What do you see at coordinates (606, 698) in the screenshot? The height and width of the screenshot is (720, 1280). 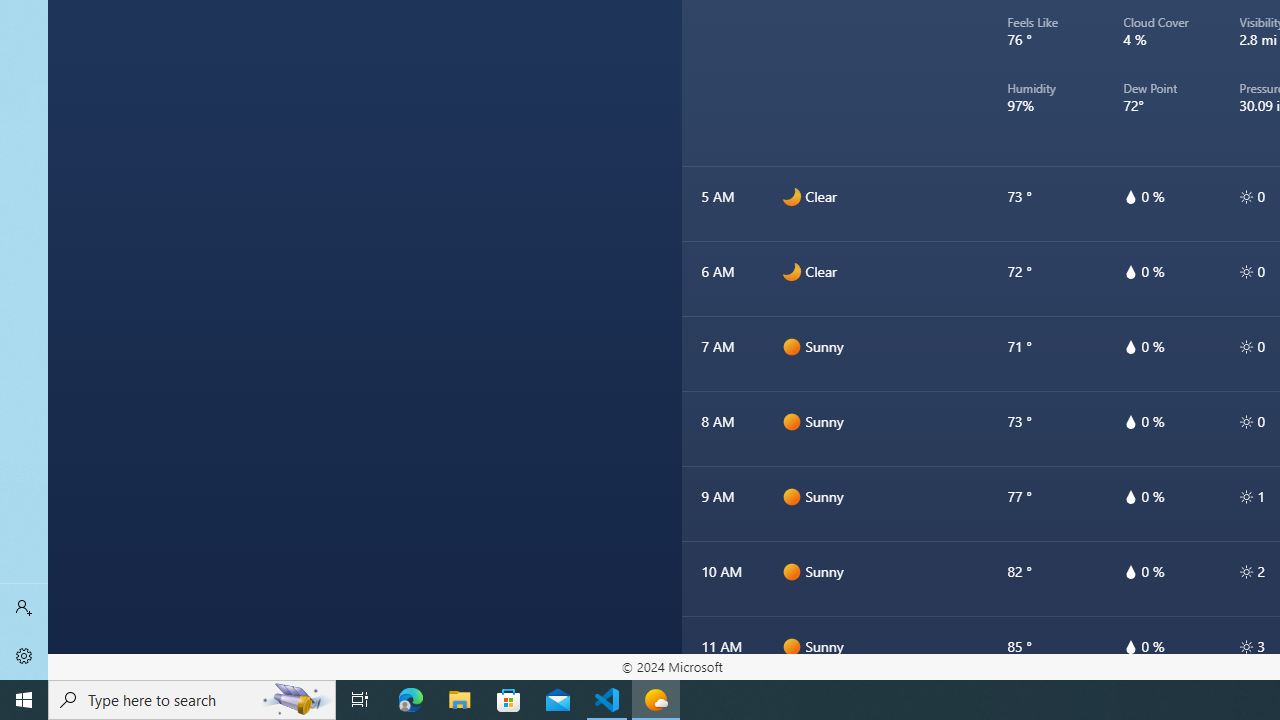 I see `'Visual Studio Code - 1 running window'` at bounding box center [606, 698].